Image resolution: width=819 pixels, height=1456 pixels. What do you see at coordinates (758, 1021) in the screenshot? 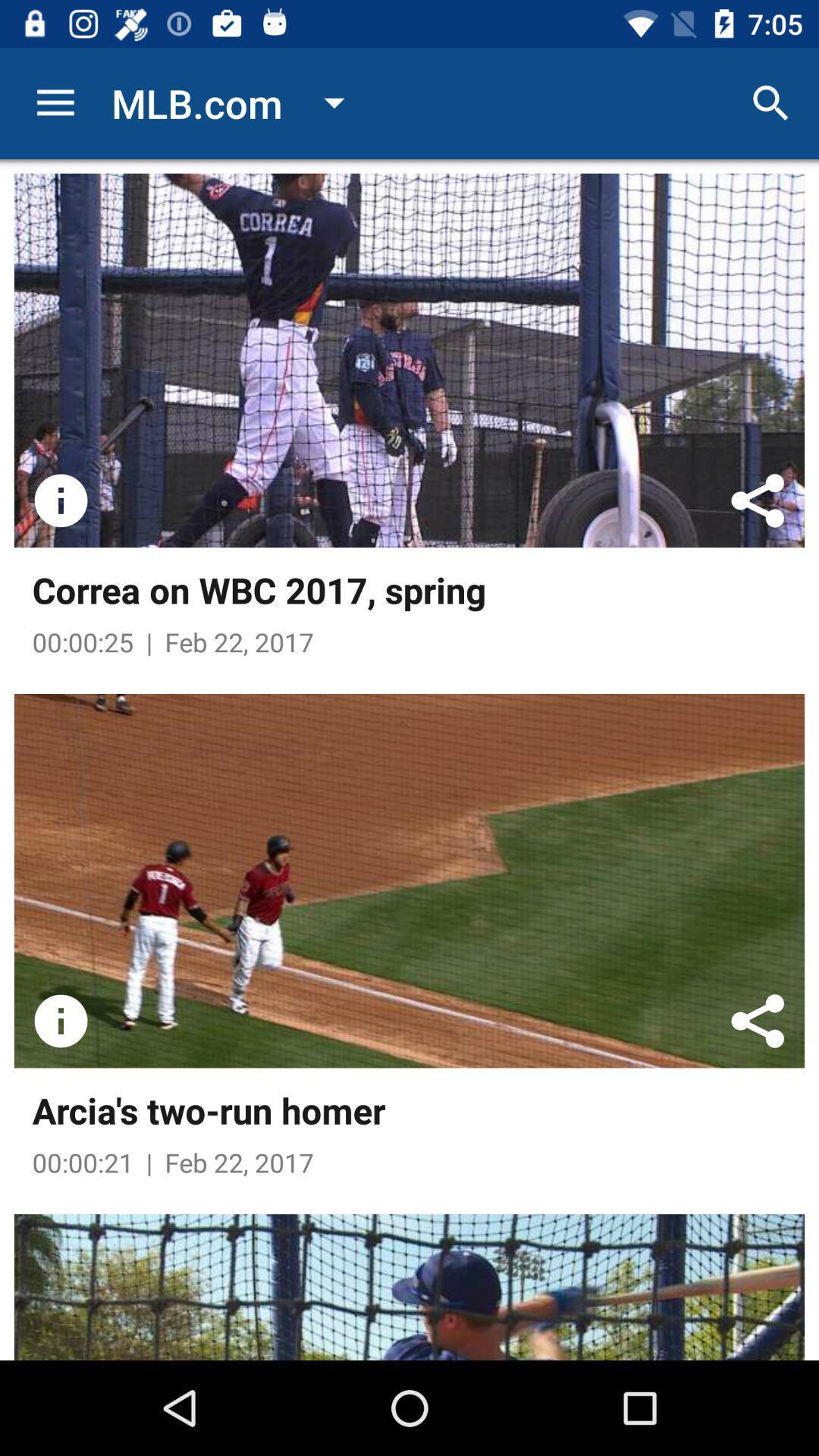
I see `share the video` at bounding box center [758, 1021].